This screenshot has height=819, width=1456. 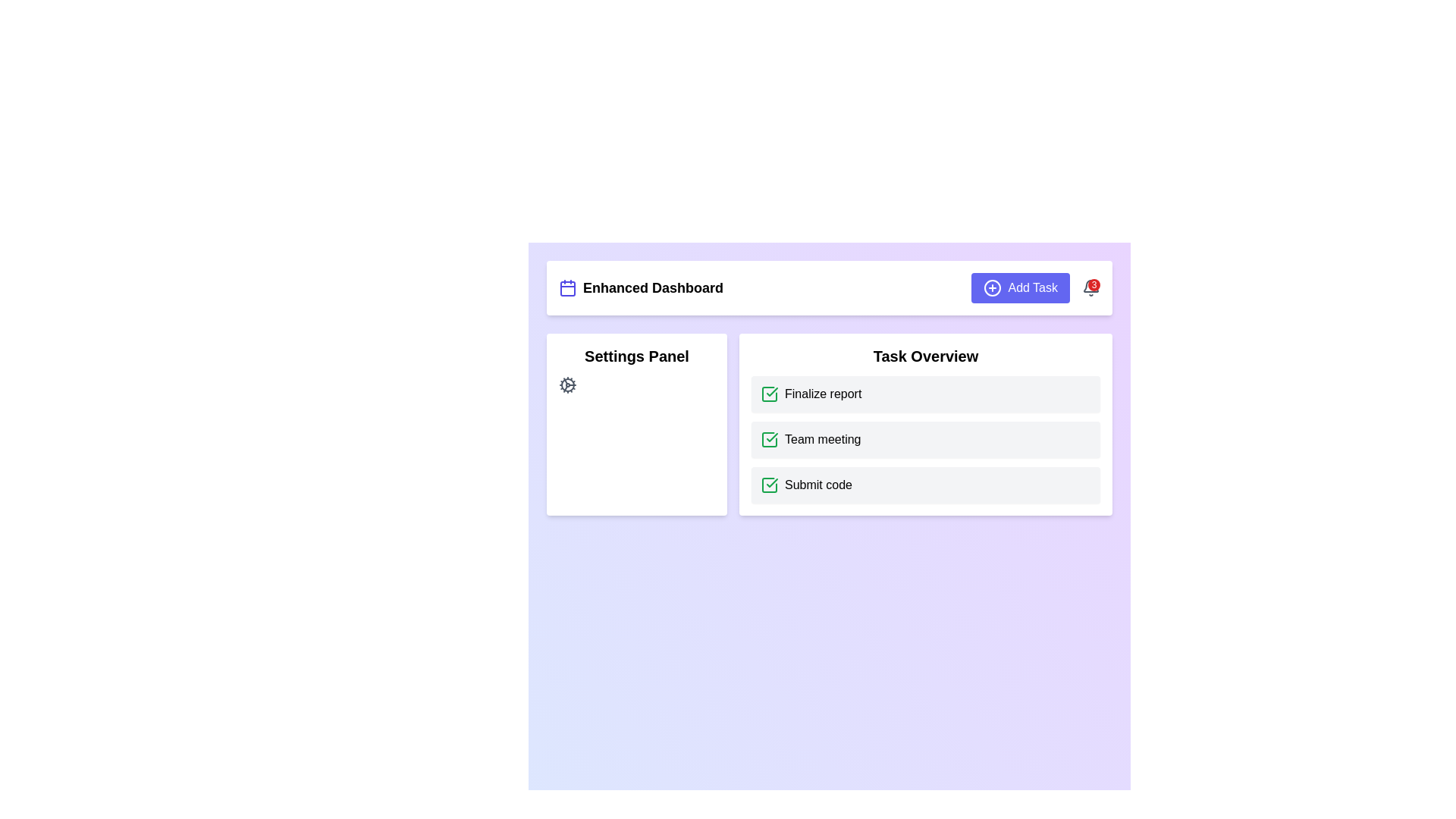 I want to click on the green square check icon with a check mark located on the left of the text label within the 'Finalize report' task card, so click(x=769, y=394).